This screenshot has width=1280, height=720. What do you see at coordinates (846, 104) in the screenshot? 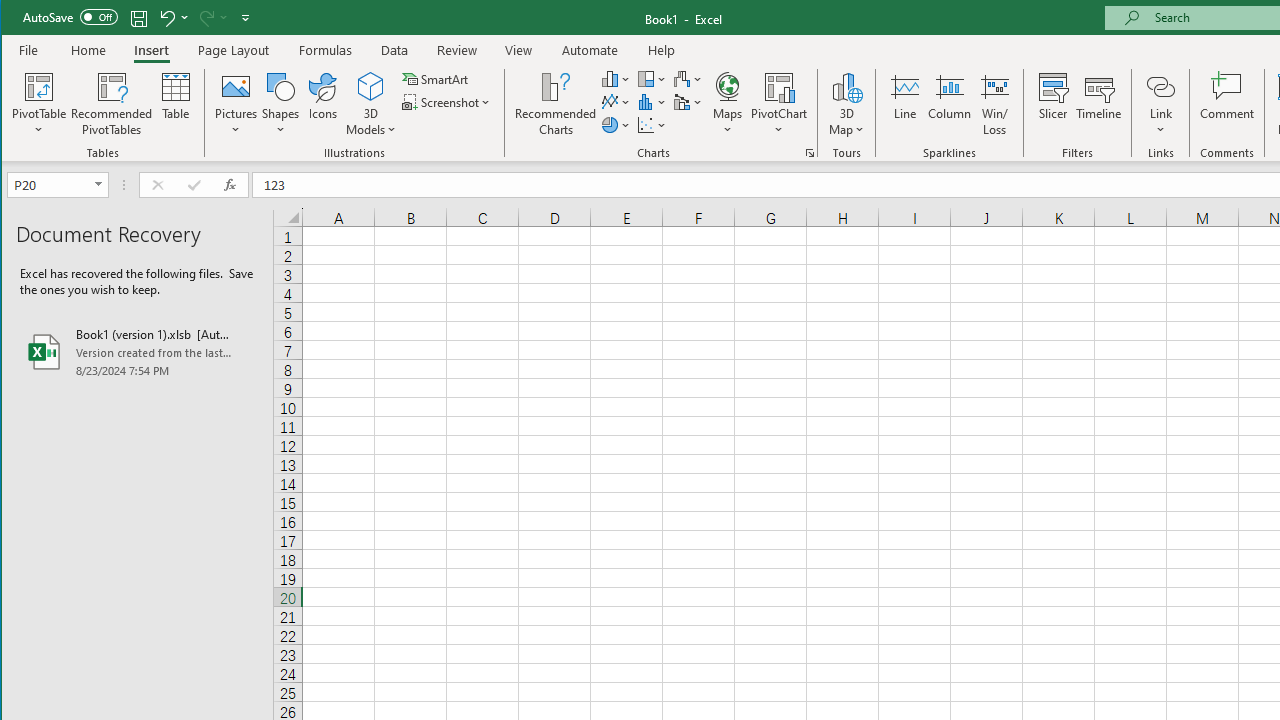
I see `'3D Map'` at bounding box center [846, 104].